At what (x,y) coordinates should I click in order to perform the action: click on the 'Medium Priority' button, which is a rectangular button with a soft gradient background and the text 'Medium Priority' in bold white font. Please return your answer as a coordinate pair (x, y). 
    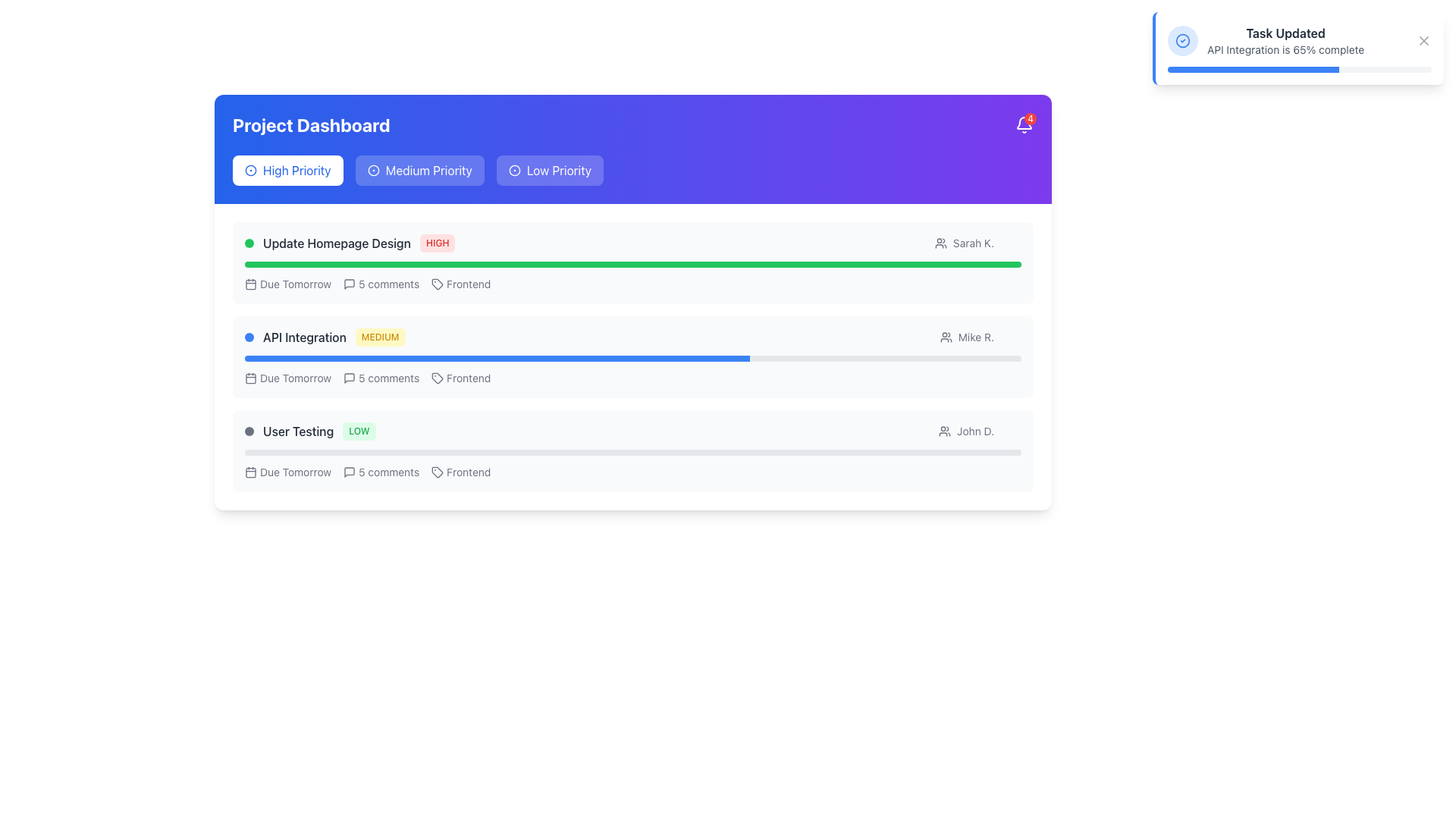
    Looking at the image, I should click on (419, 170).